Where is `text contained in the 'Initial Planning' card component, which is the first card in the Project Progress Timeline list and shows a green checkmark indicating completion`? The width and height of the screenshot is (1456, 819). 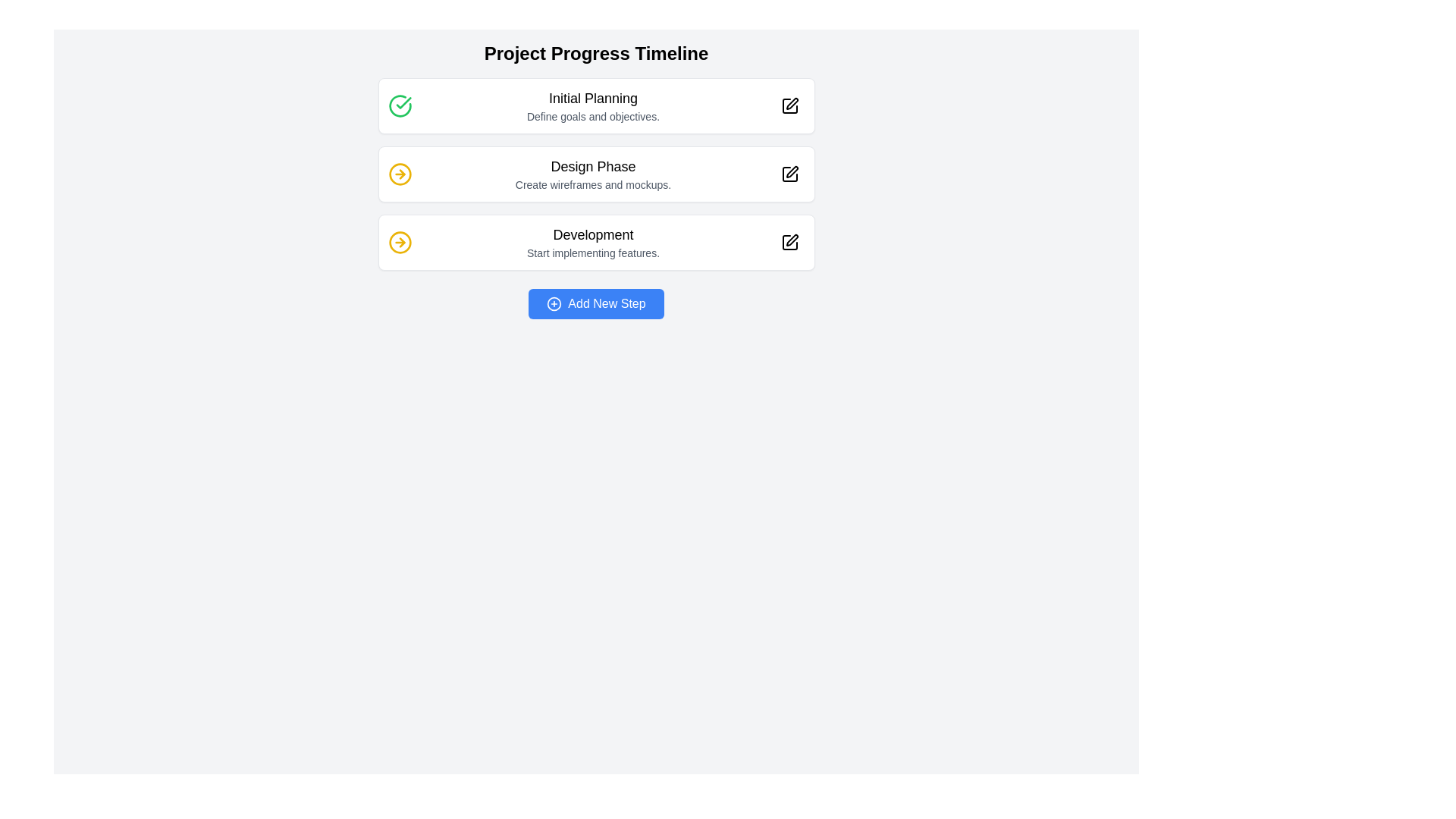
text contained in the 'Initial Planning' card component, which is the first card in the Project Progress Timeline list and shows a green checkmark indicating completion is located at coordinates (595, 105).